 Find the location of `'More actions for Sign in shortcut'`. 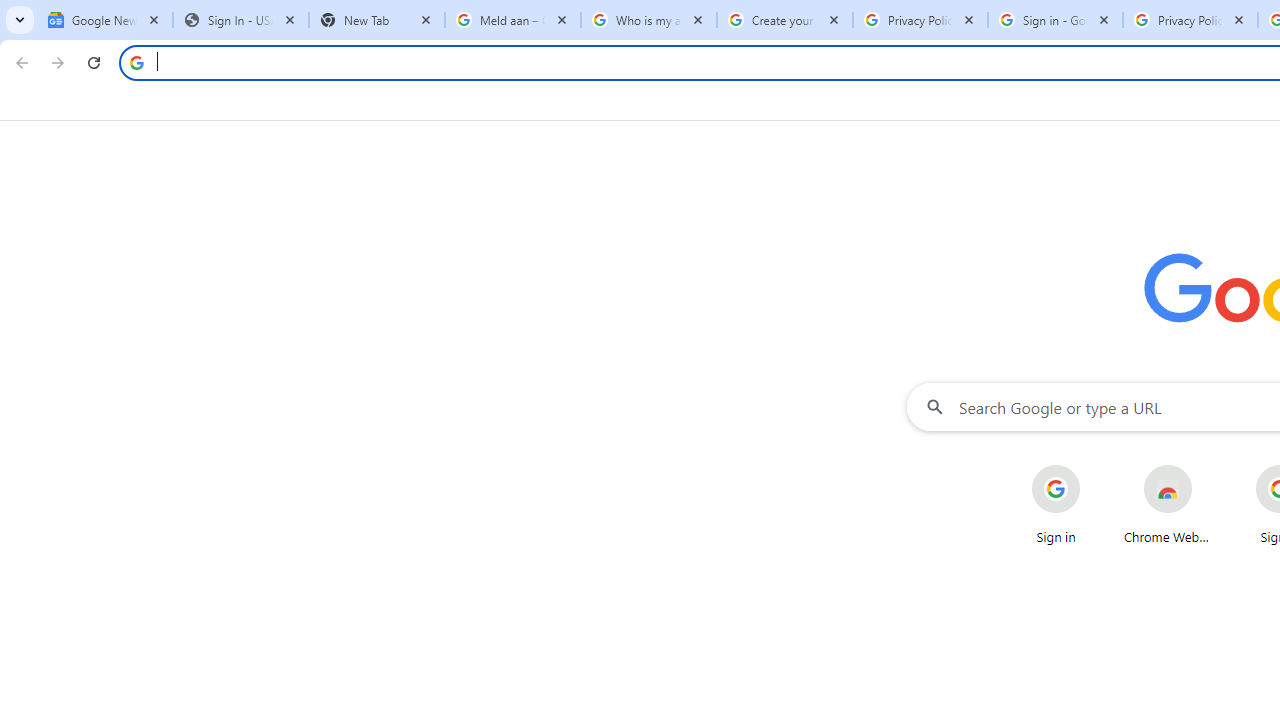

'More actions for Sign in shortcut' is located at coordinates (1094, 466).